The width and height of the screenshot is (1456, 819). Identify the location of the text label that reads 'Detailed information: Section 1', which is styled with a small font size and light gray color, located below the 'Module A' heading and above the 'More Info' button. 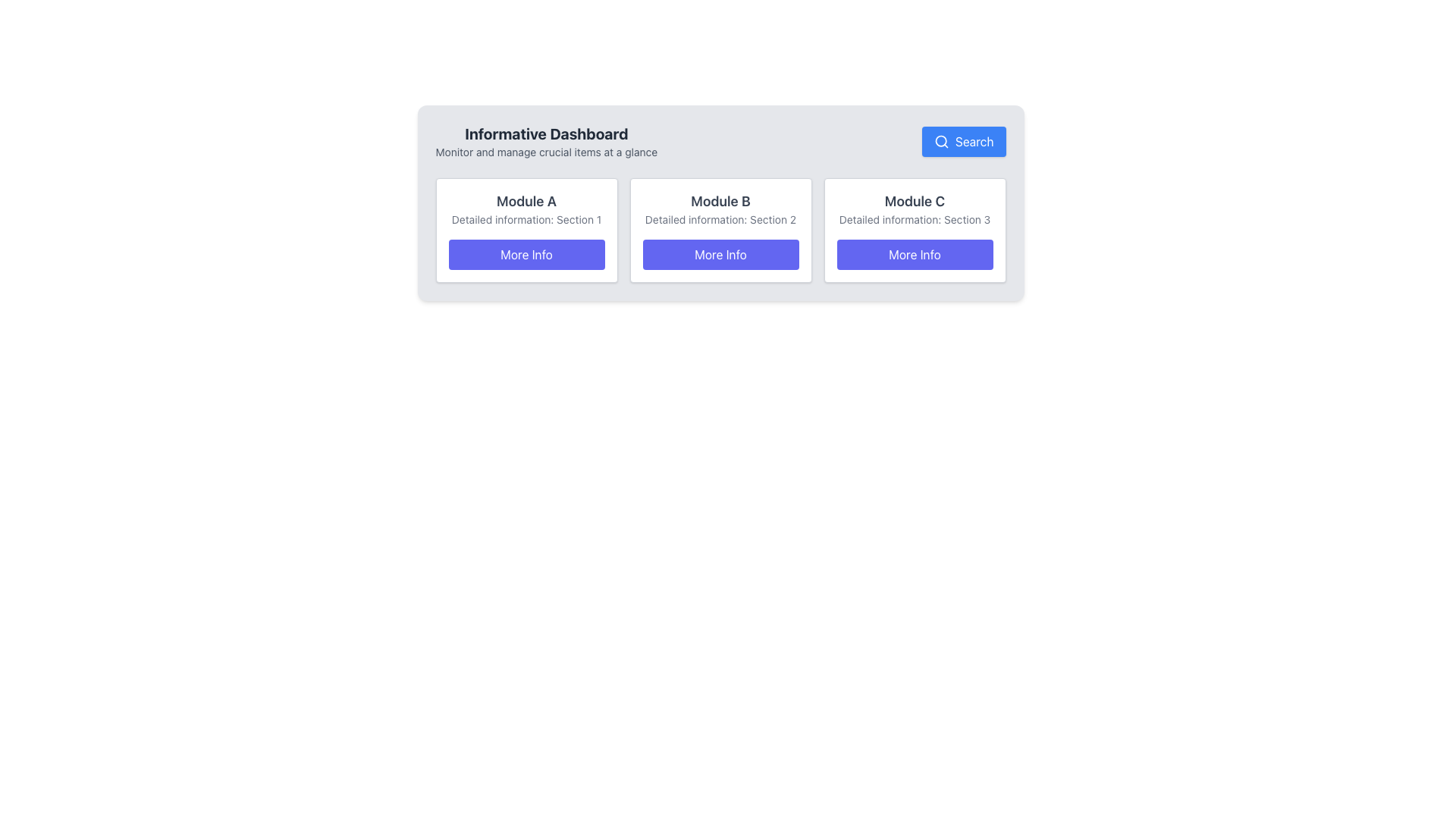
(526, 219).